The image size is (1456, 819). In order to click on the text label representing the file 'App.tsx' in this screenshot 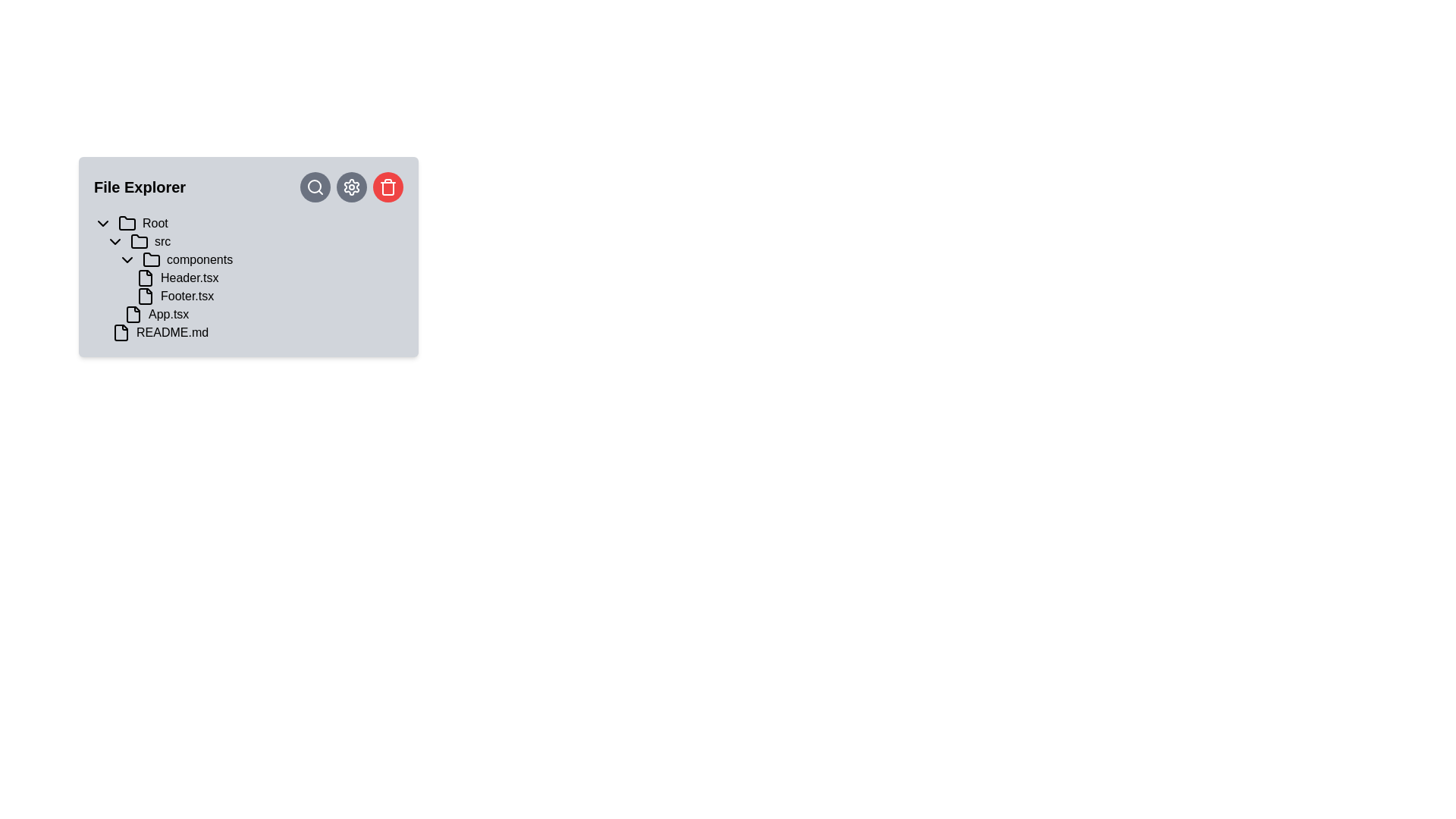, I will do `click(168, 314)`.